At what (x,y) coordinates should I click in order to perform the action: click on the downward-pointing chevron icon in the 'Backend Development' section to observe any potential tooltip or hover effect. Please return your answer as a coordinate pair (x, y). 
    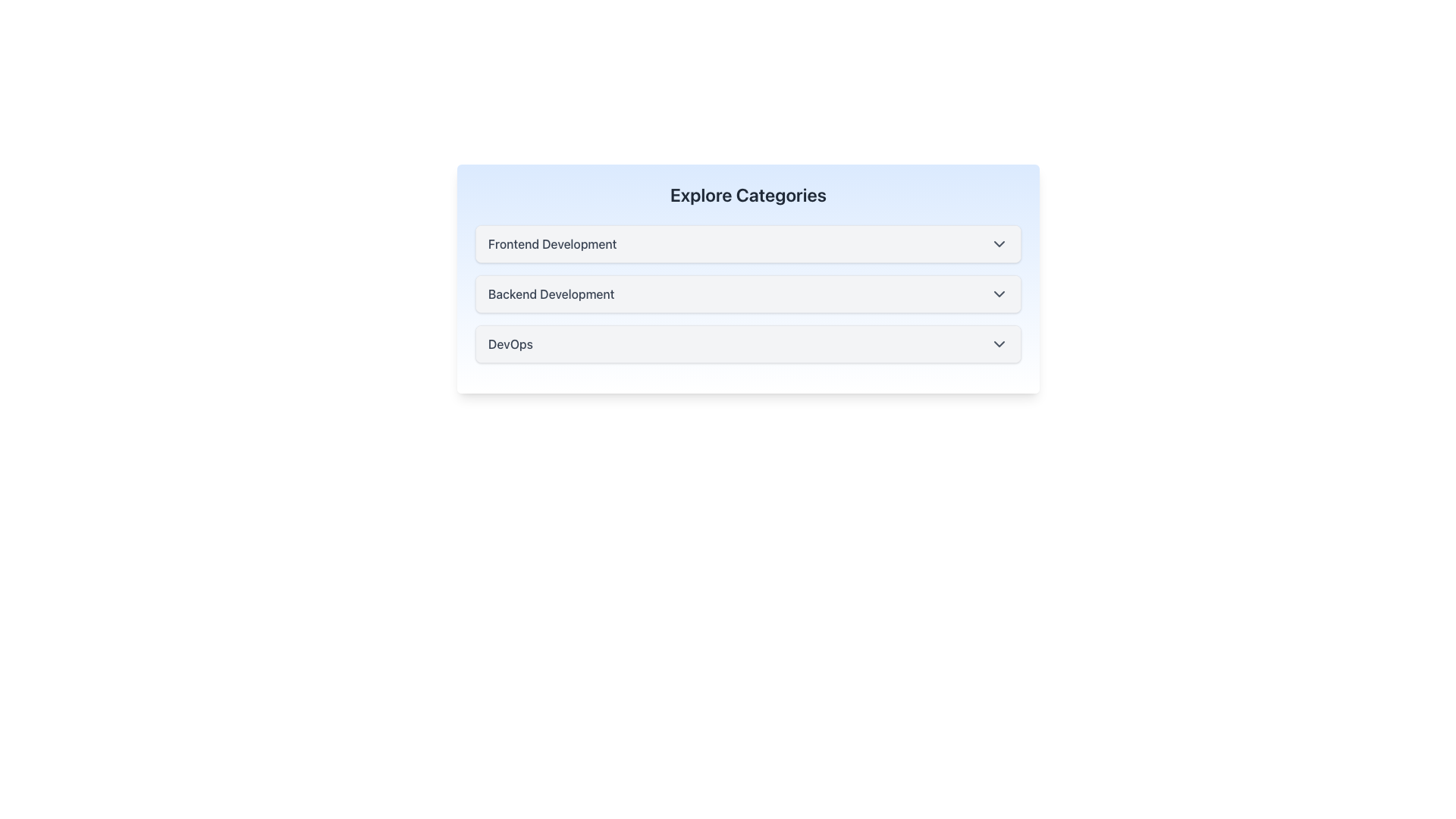
    Looking at the image, I should click on (999, 294).